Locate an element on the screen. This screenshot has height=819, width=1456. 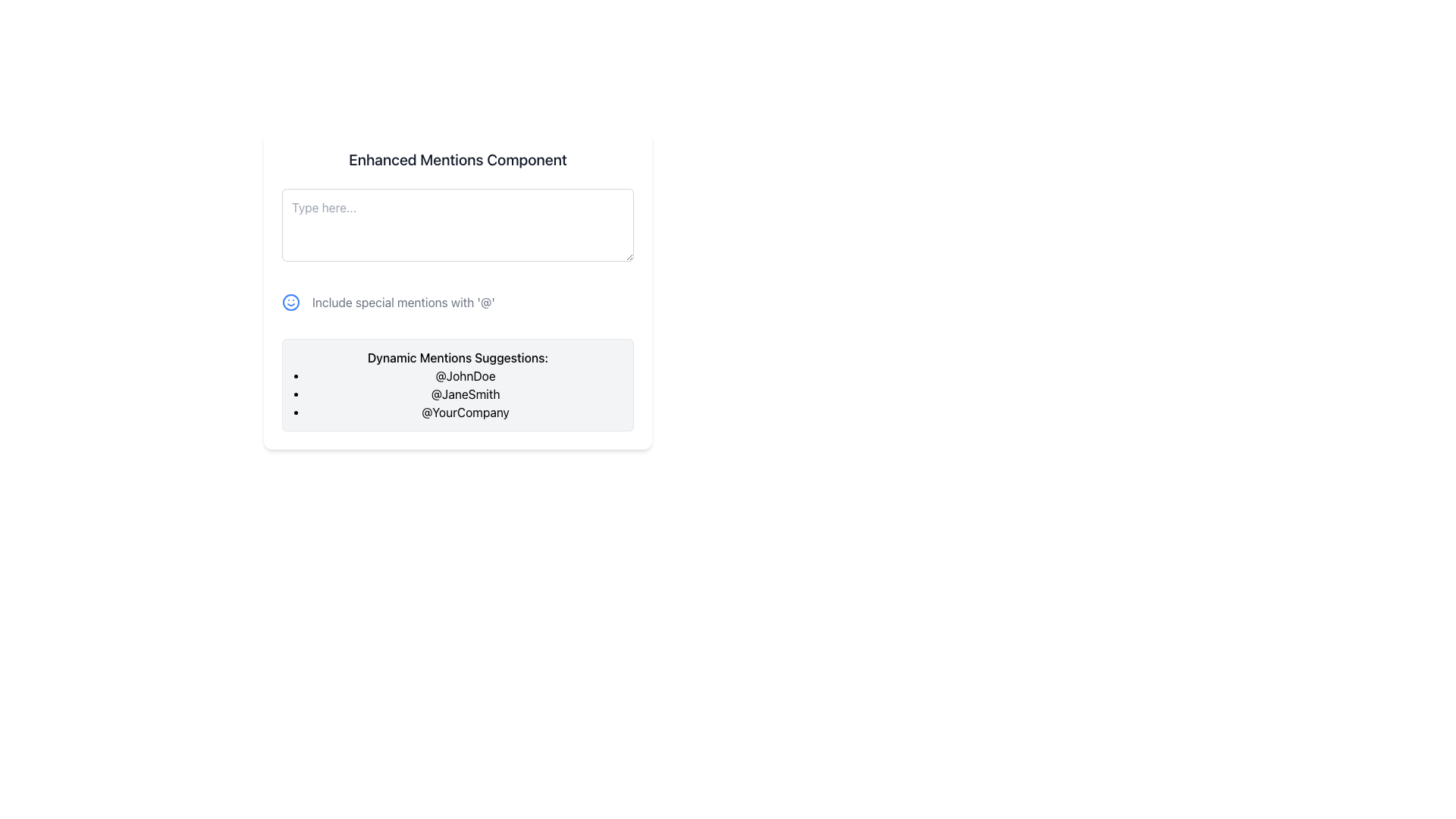
the mention suggestion from the dynamic list displayed under 'Dynamic Mentions Suggestions:' is located at coordinates (465, 394).